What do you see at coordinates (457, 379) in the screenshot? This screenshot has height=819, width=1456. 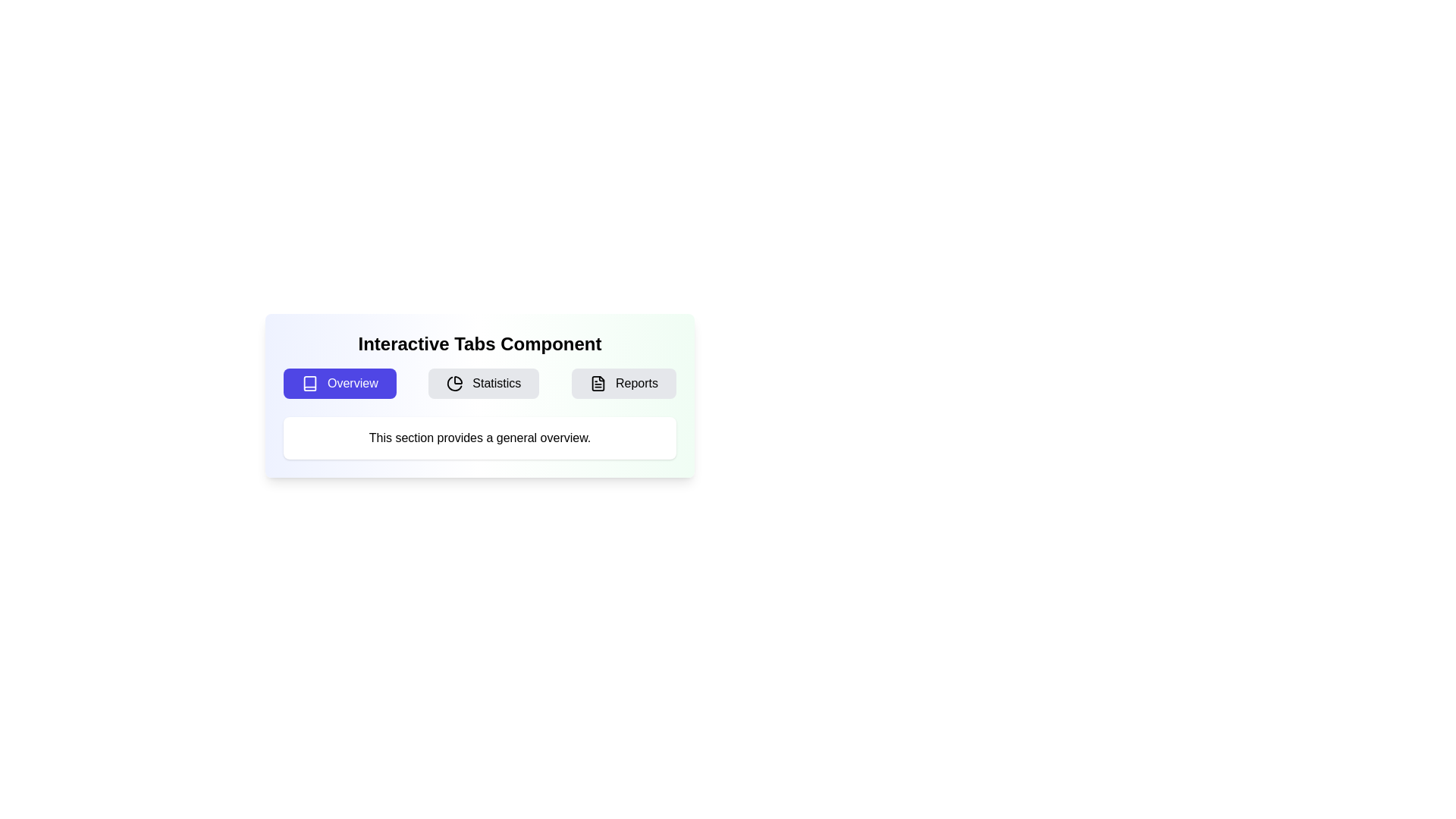 I see `the pie chart-like icon in the 'Statistics' tab, which is located between the 'Overview' and 'Reports' tabs in the tab navigation interface` at bounding box center [457, 379].